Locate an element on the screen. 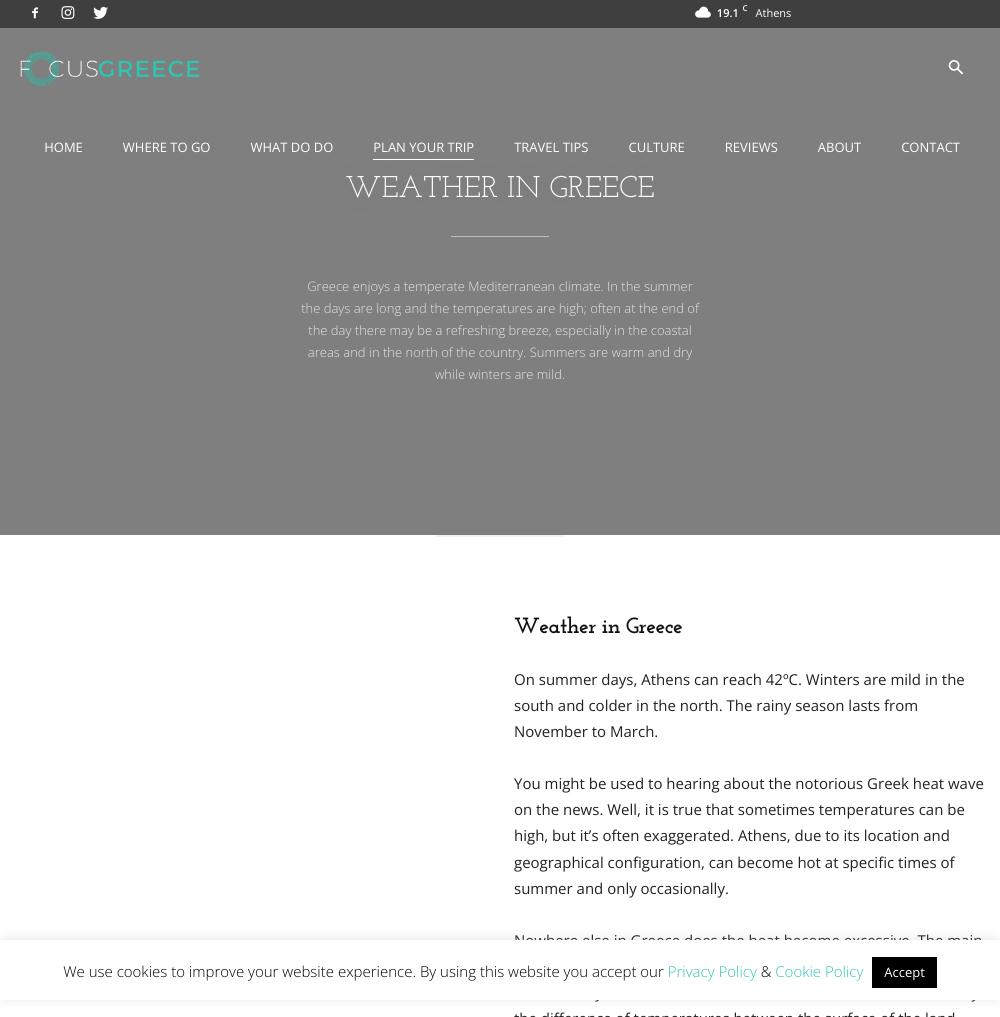  'Privacy Policy' is located at coordinates (710, 972).